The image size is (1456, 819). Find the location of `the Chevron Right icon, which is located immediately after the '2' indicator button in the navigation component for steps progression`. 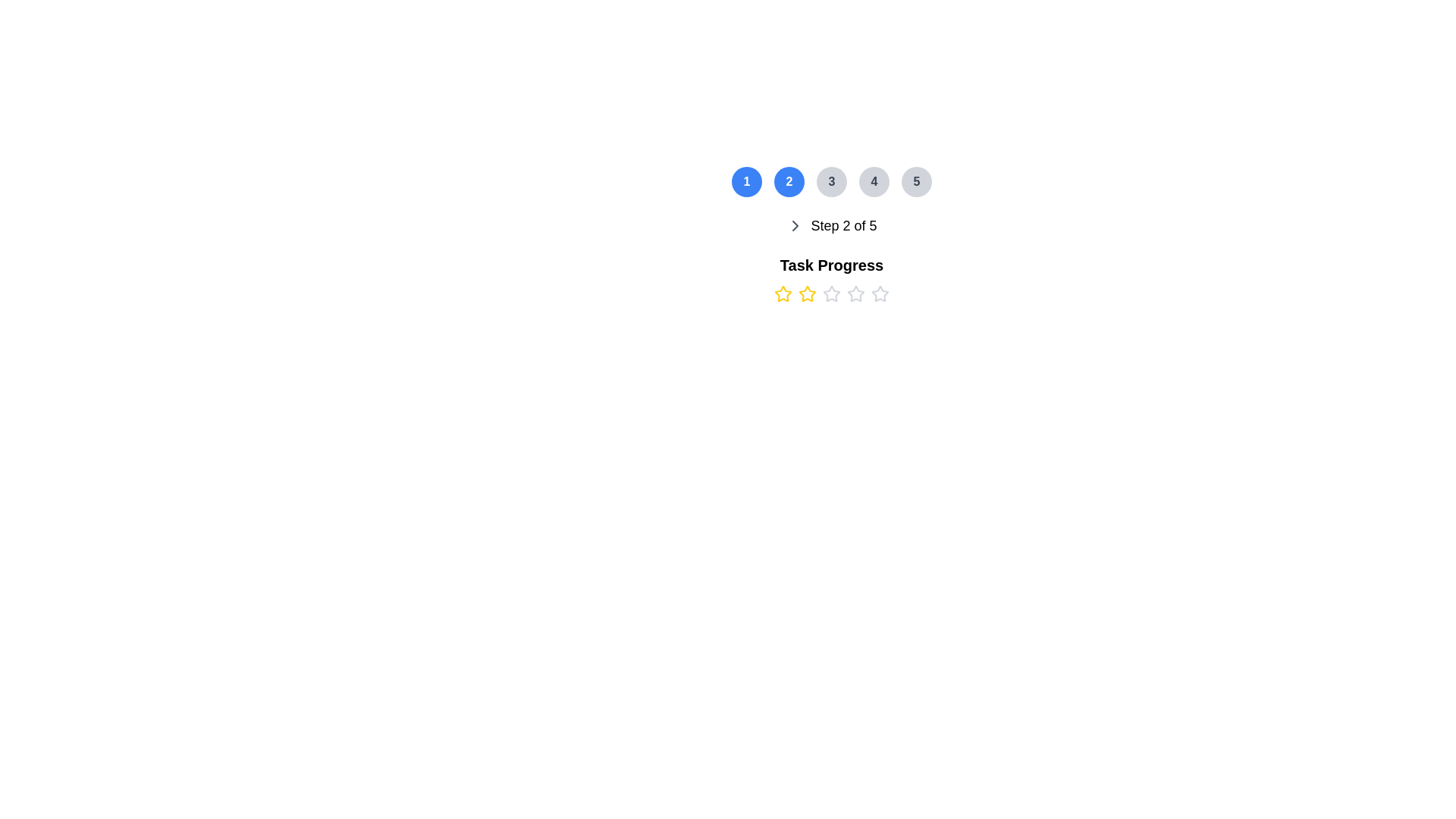

the Chevron Right icon, which is located immediately after the '2' indicator button in the navigation component for steps progression is located at coordinates (795, 225).